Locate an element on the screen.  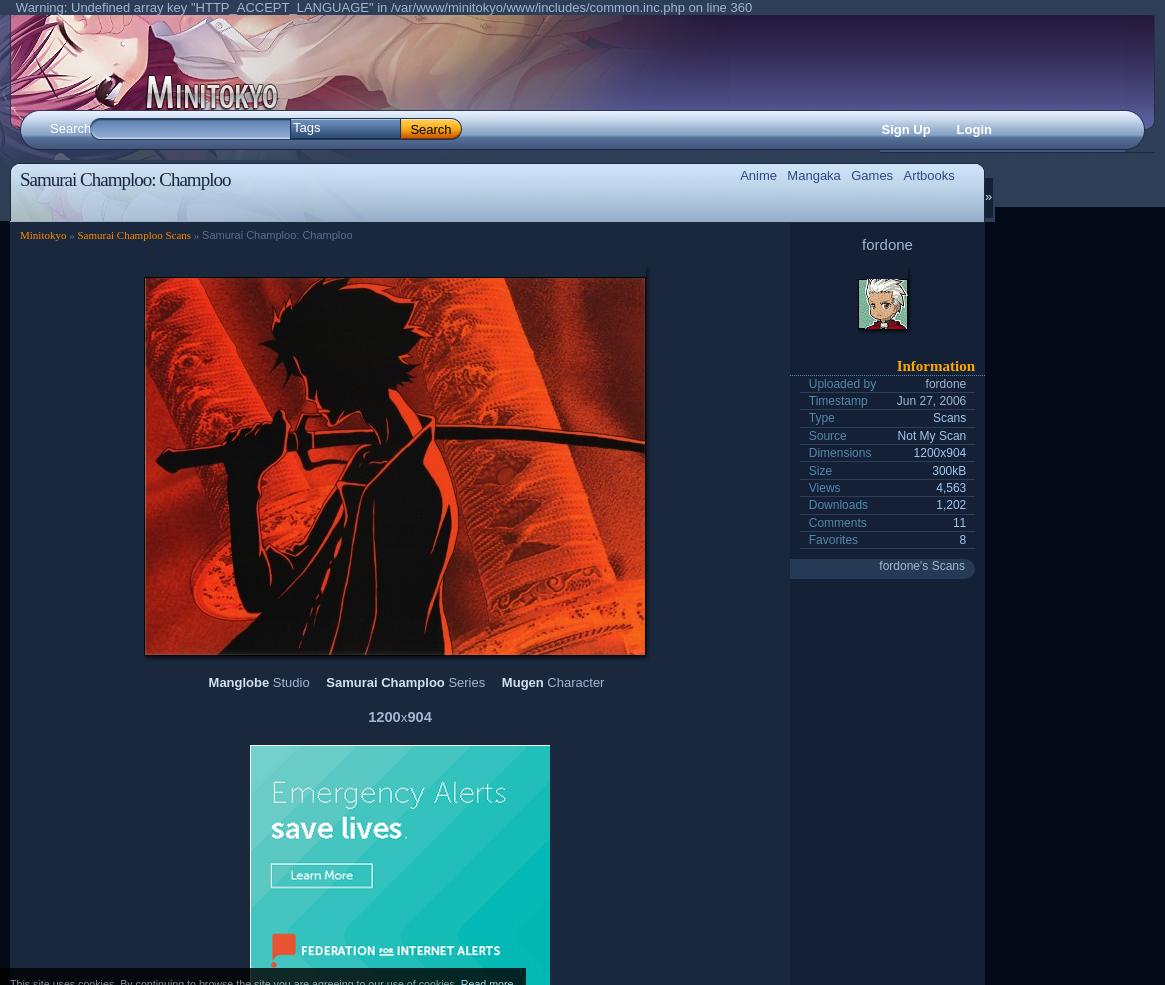
'904' is located at coordinates (418, 716).